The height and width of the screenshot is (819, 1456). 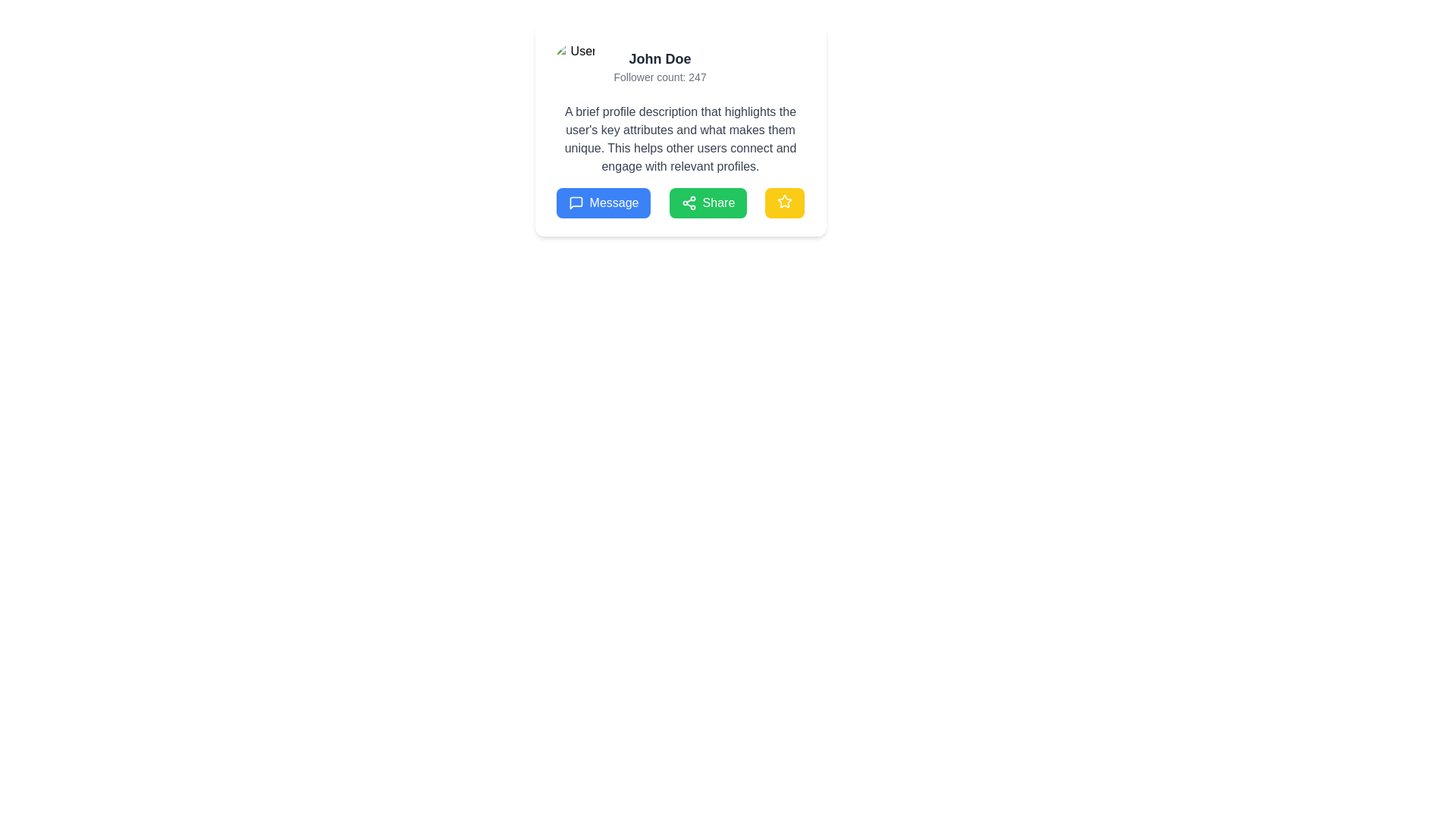 I want to click on the 'Message' button which contains a small chat bubble icon, centrally positioned within the button, so click(x=575, y=202).